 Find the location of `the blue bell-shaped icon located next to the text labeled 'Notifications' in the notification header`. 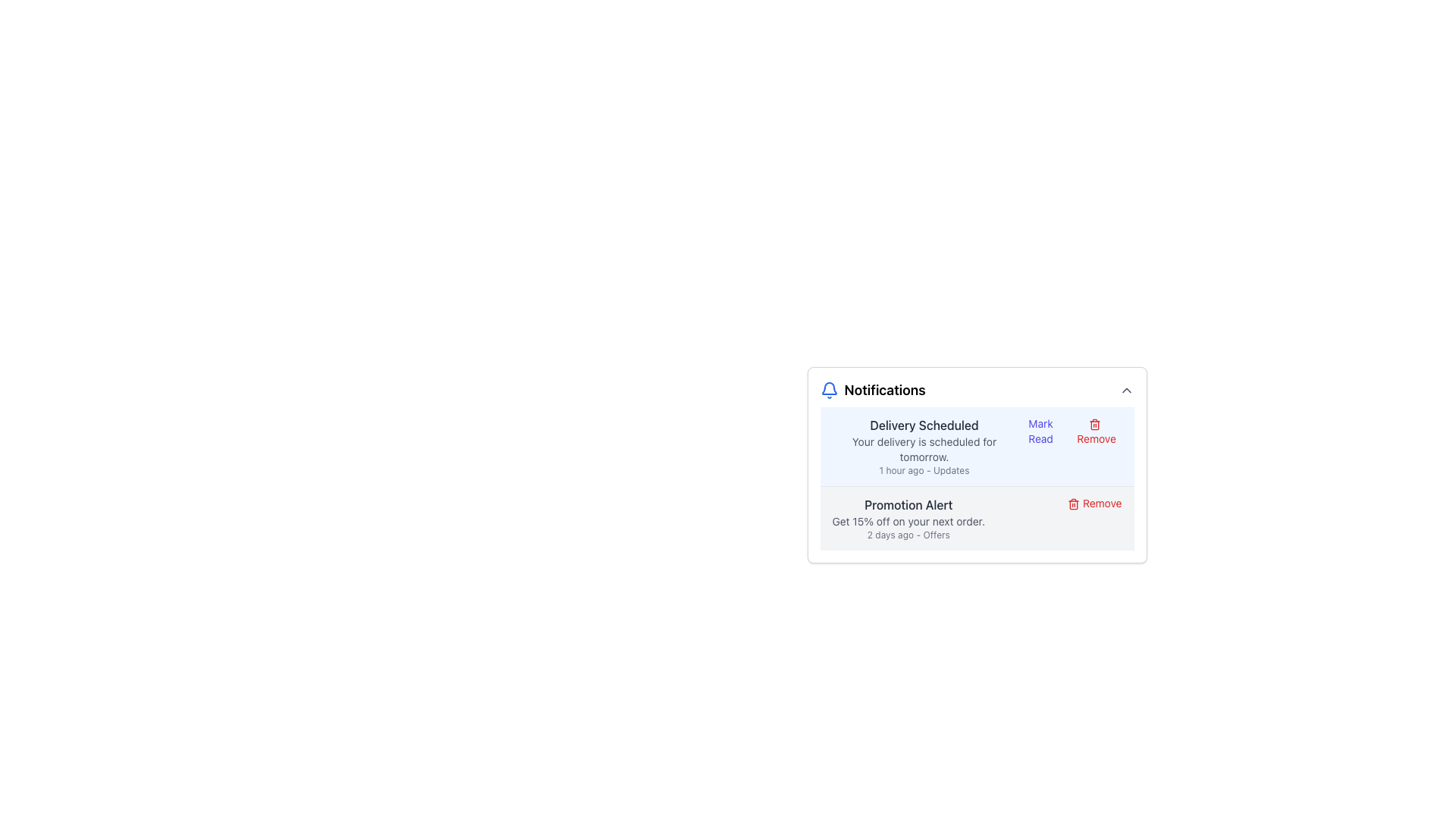

the blue bell-shaped icon located next to the text labeled 'Notifications' in the notification header is located at coordinates (828, 390).